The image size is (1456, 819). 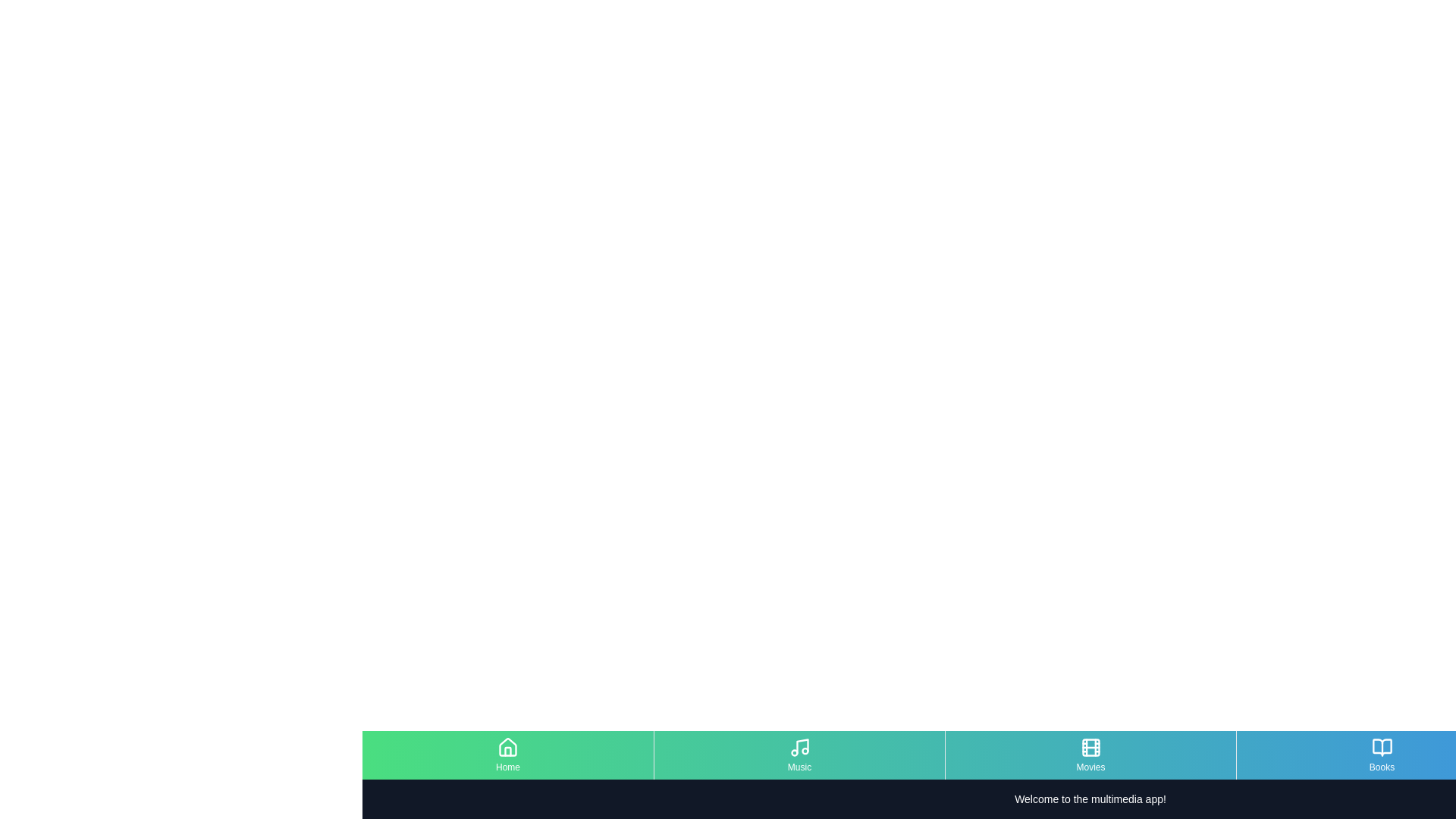 I want to click on the menu item Music to navigate to its content, so click(x=799, y=755).